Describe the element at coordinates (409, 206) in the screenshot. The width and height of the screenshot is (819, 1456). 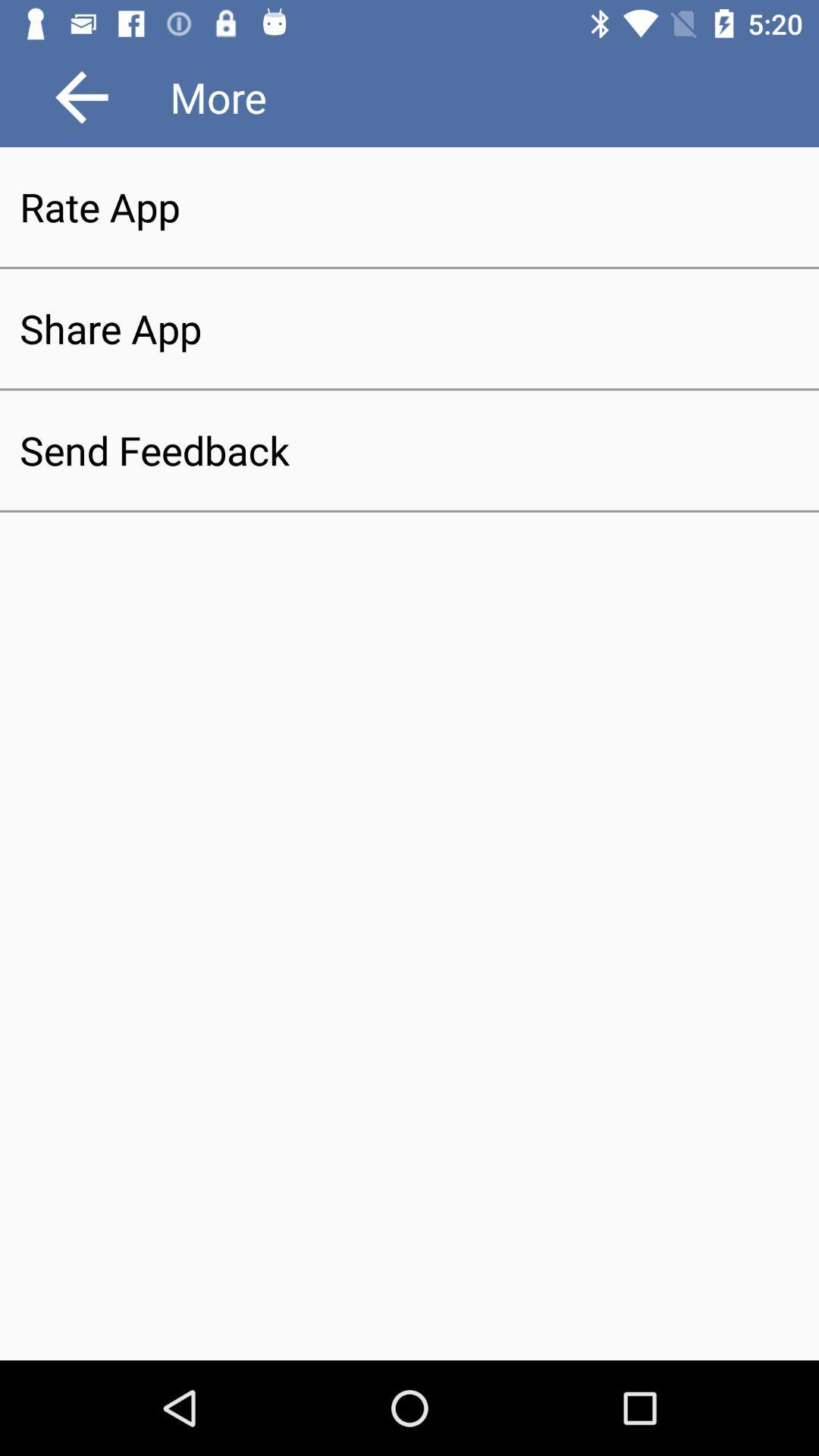
I see `the rate app item` at that location.